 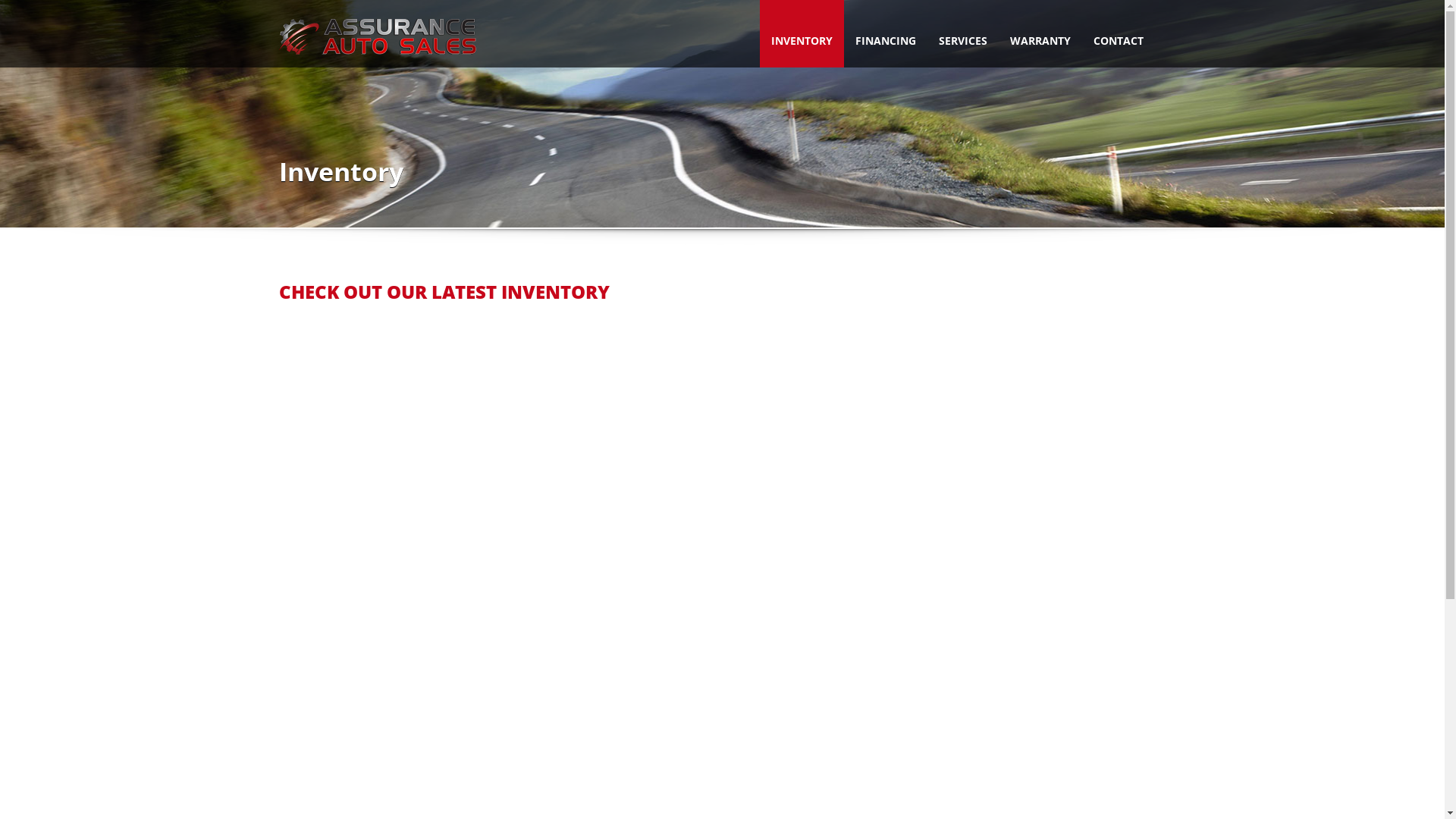 I want to click on 'FINANCING', so click(x=884, y=33).